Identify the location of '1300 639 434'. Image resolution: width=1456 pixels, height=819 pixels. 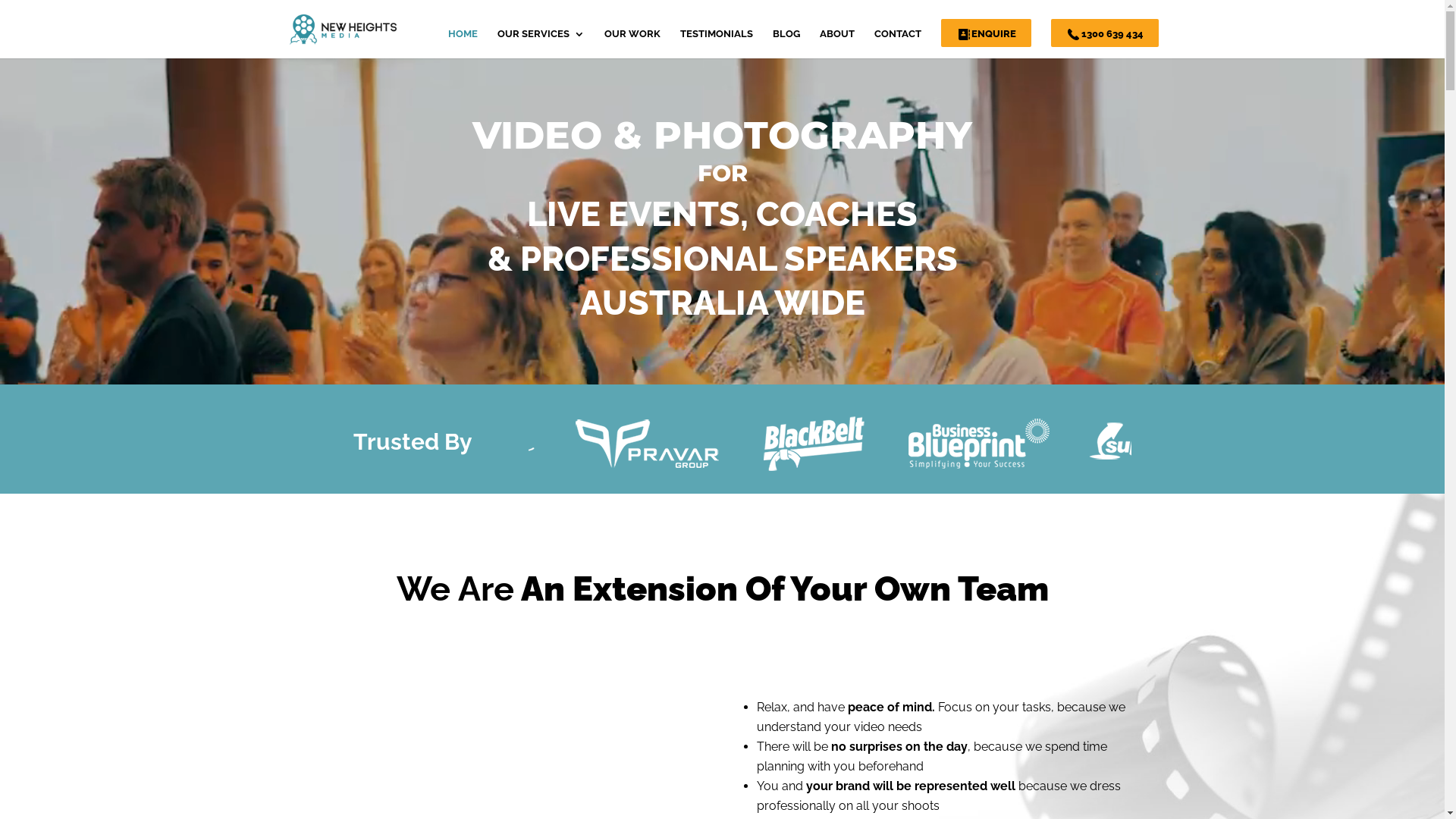
(1105, 33).